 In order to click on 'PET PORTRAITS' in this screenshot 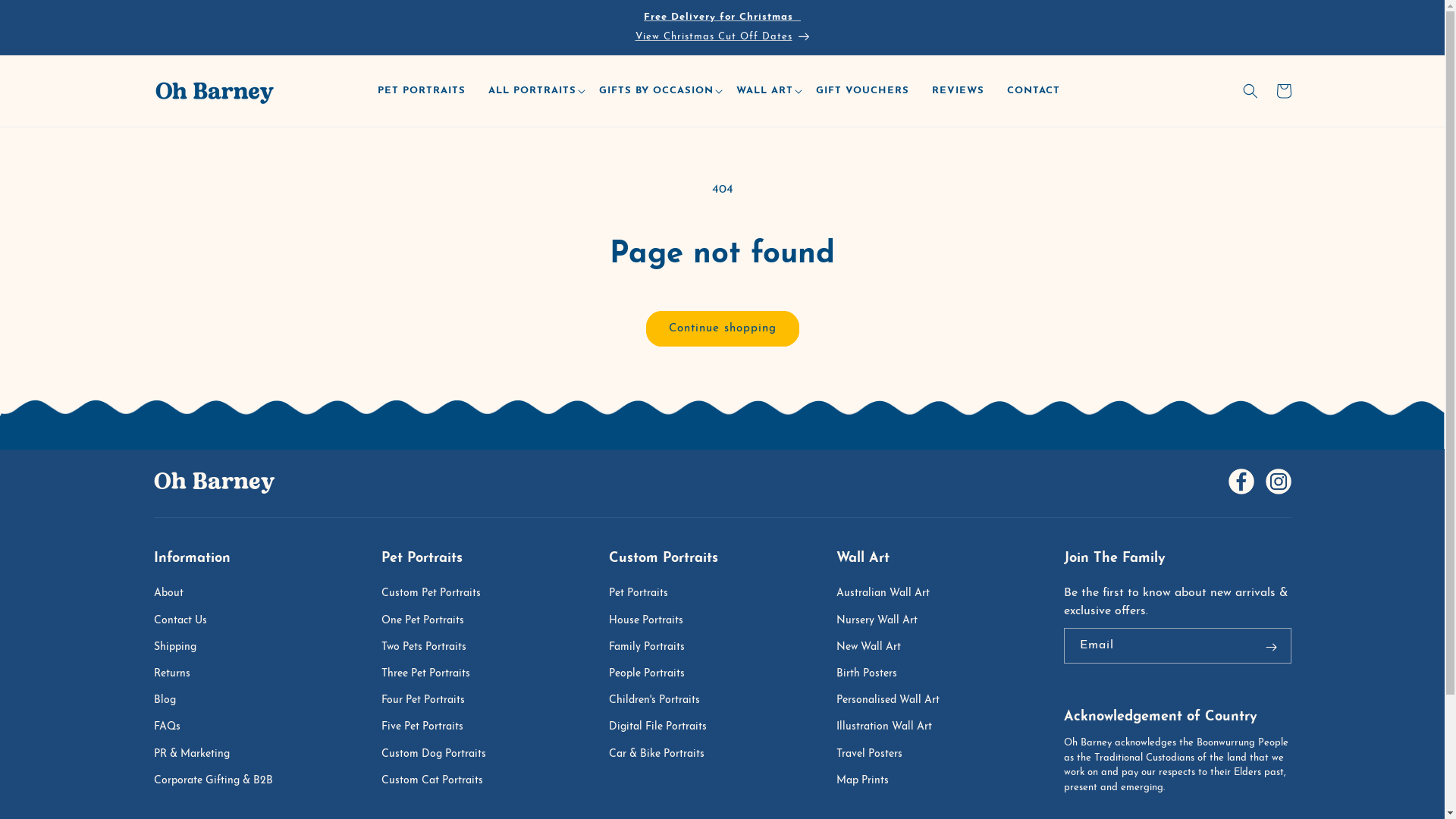, I will do `click(425, 91)`.